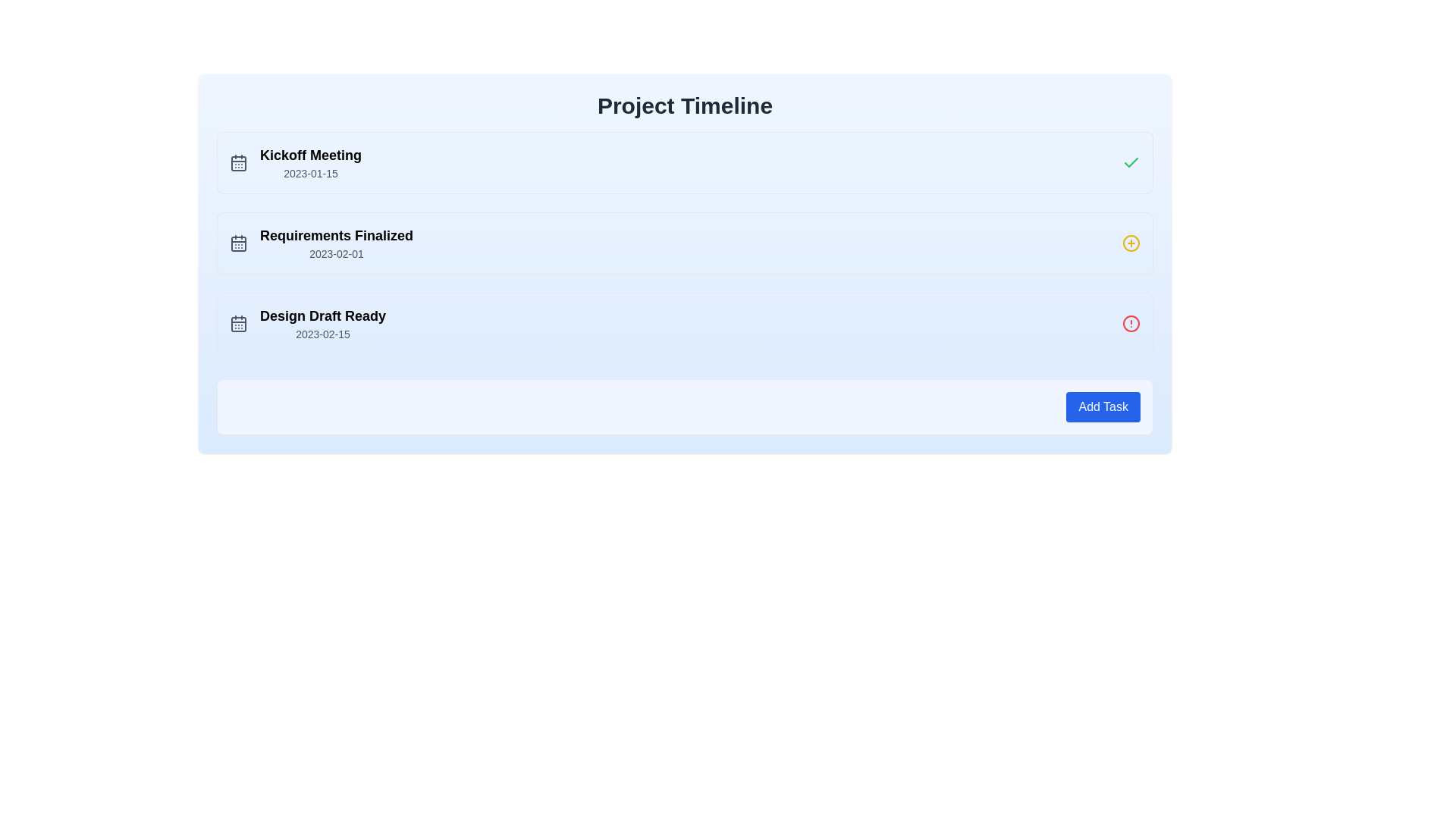 The width and height of the screenshot is (1456, 819). I want to click on the 'Kickoff Meeting' text label which is the first entry in the vertical list under 'Project Timeline', featuring a calendar icon to its left, so click(309, 163).